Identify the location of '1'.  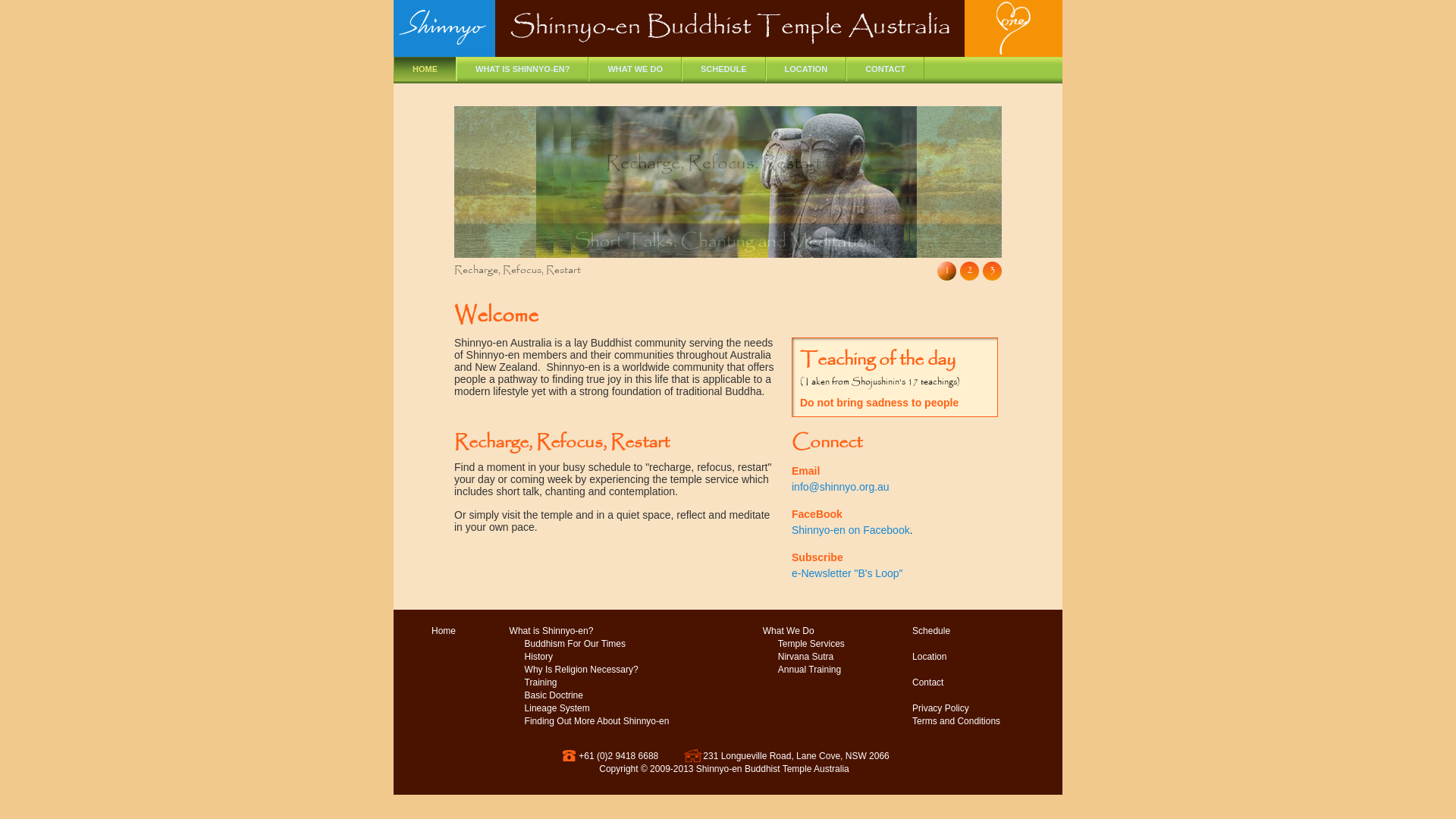
(937, 270).